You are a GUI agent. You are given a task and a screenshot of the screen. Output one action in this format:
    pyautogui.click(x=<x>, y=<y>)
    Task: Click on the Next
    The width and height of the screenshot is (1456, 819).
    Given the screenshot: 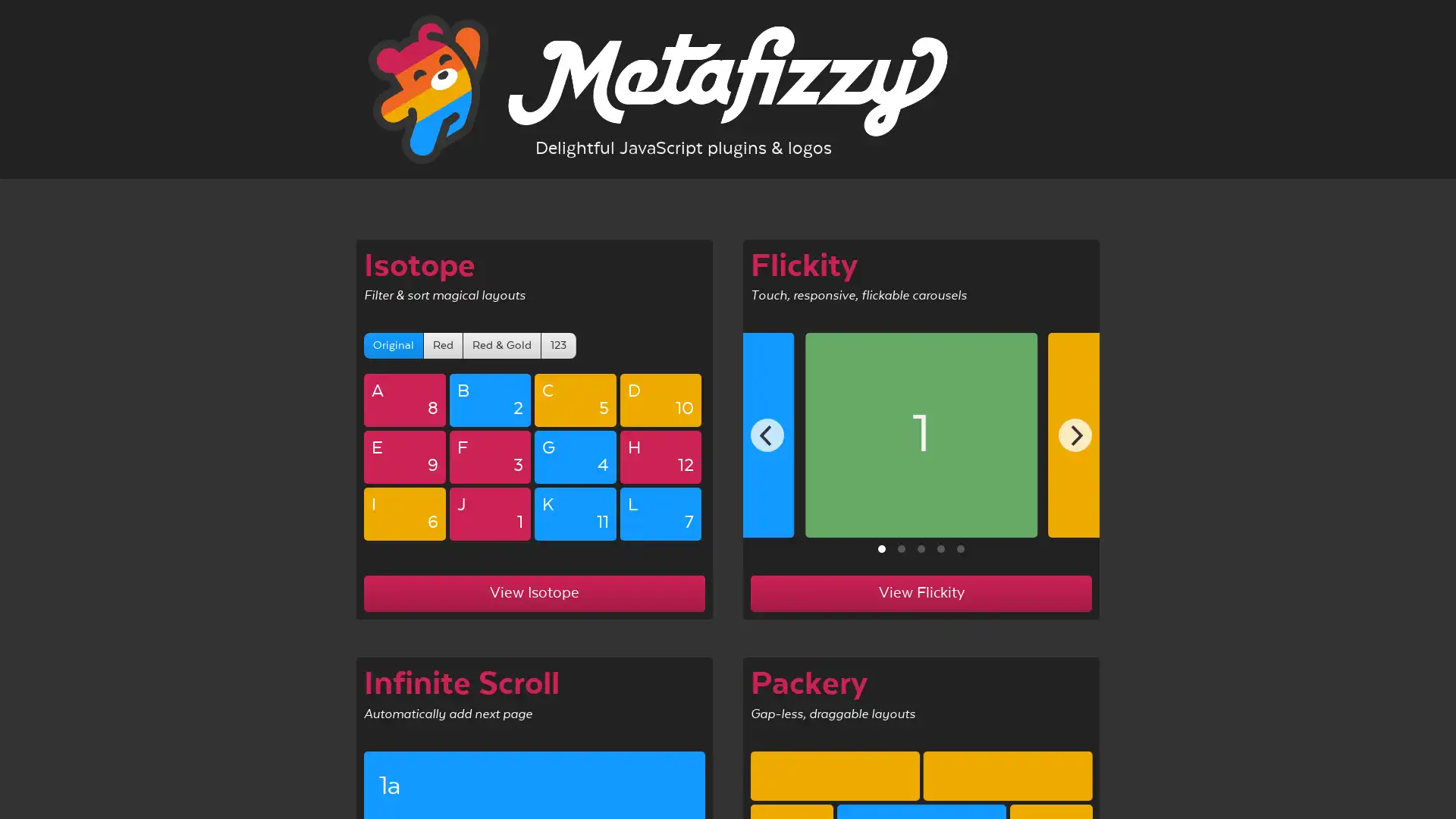 What is the action you would take?
    pyautogui.click(x=1074, y=435)
    